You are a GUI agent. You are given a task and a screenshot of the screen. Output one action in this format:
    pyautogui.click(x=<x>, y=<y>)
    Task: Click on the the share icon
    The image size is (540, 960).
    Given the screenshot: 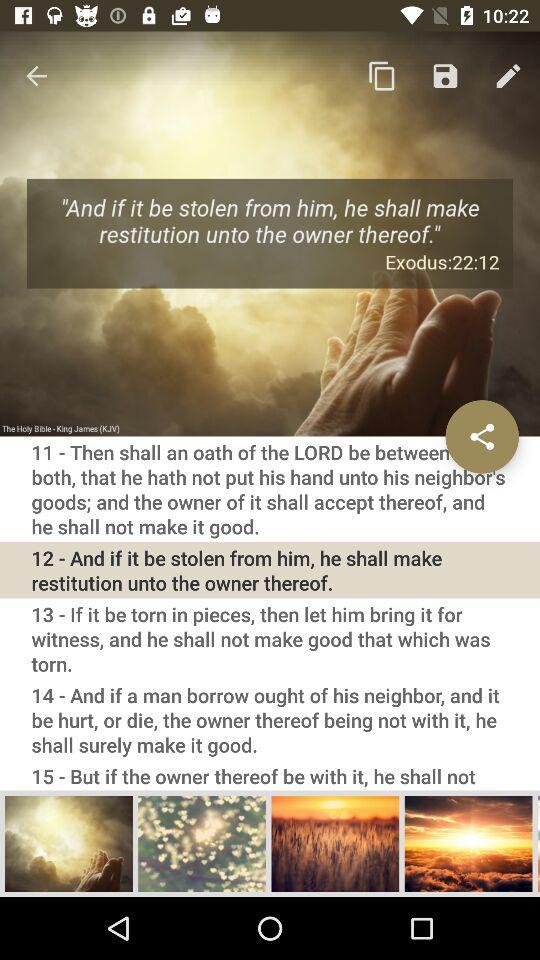 What is the action you would take?
    pyautogui.click(x=481, y=436)
    